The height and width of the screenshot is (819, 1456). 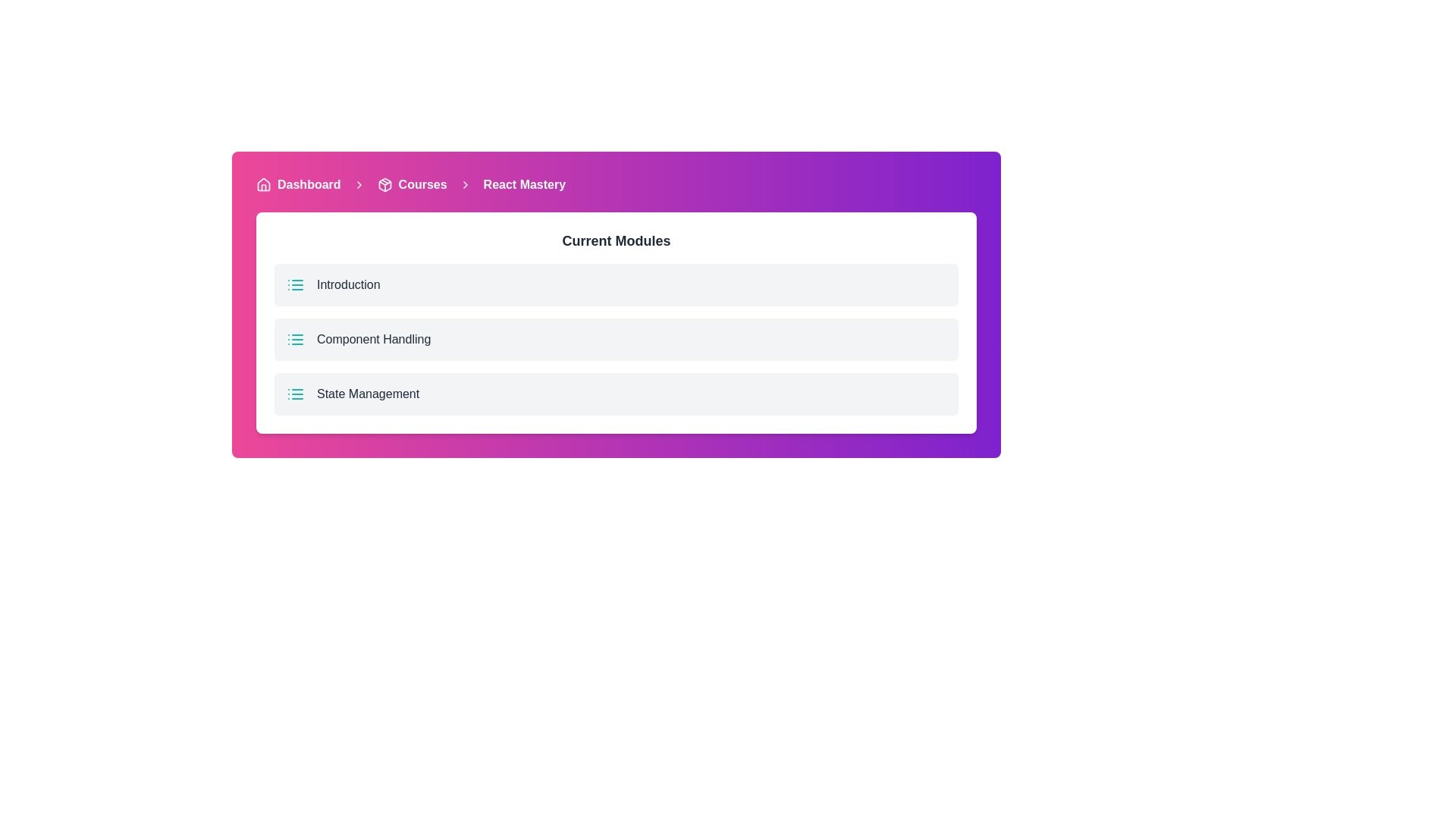 What do you see at coordinates (412, 184) in the screenshot?
I see `the 'Courses' Breadcrumb navigation item, which features a package icon on the left and bold text on a pinkish-purple background` at bounding box center [412, 184].